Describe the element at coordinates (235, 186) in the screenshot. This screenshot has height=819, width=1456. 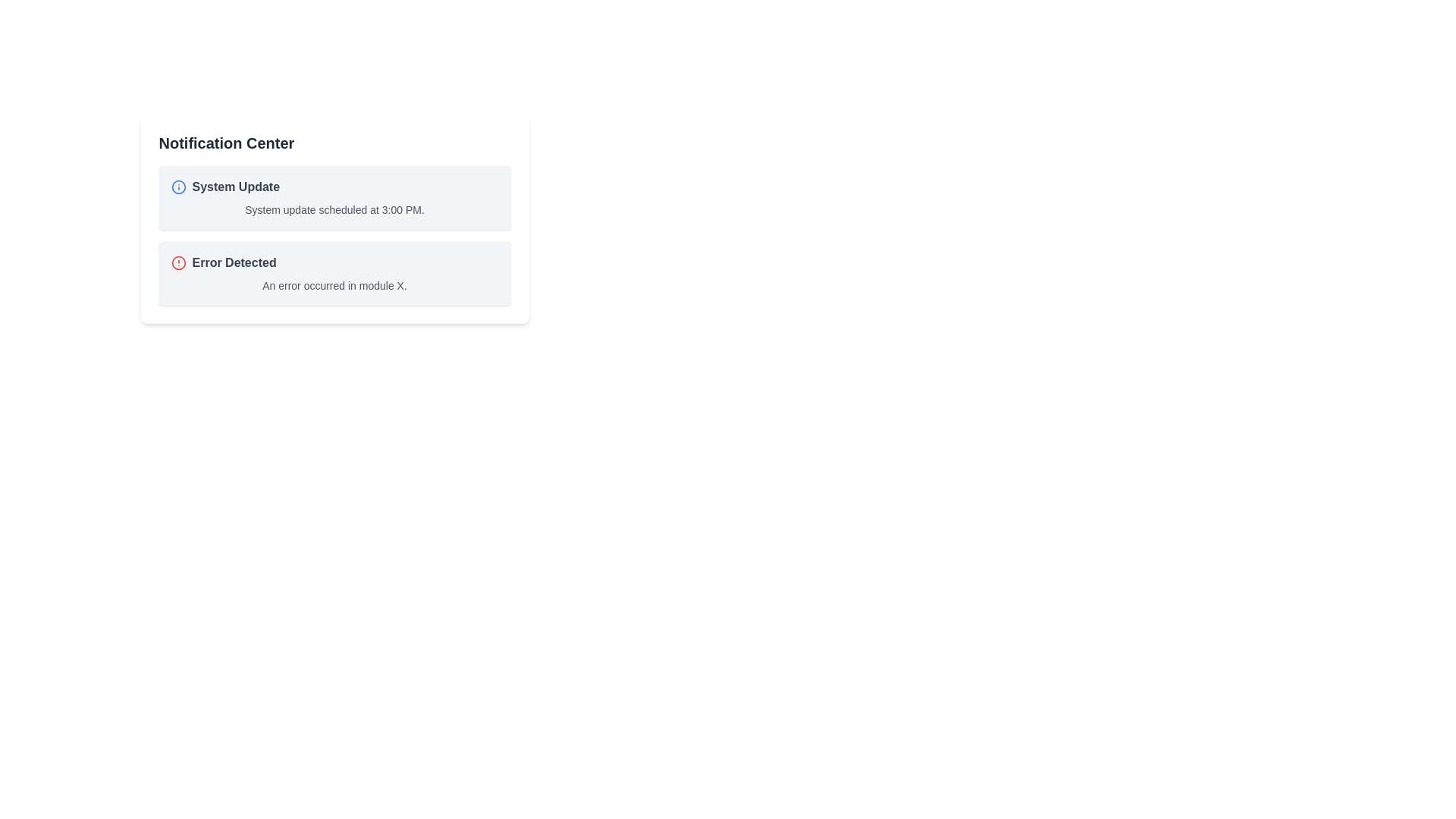
I see `text content of the primary text label located in the upper-left section of the notification card, which serves as the title or heading for the associated notification` at that location.